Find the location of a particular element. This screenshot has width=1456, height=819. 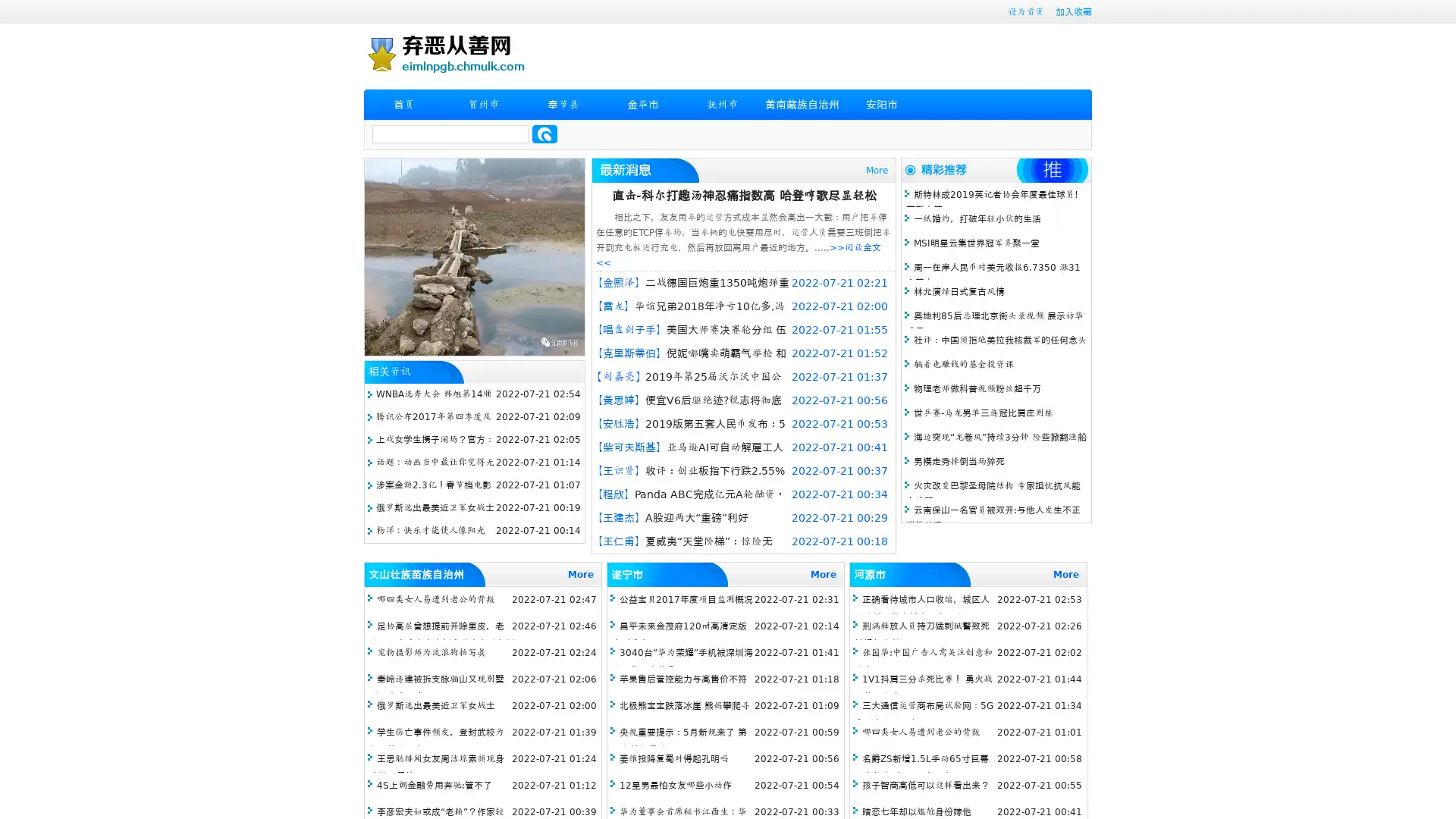

Search is located at coordinates (544, 133).